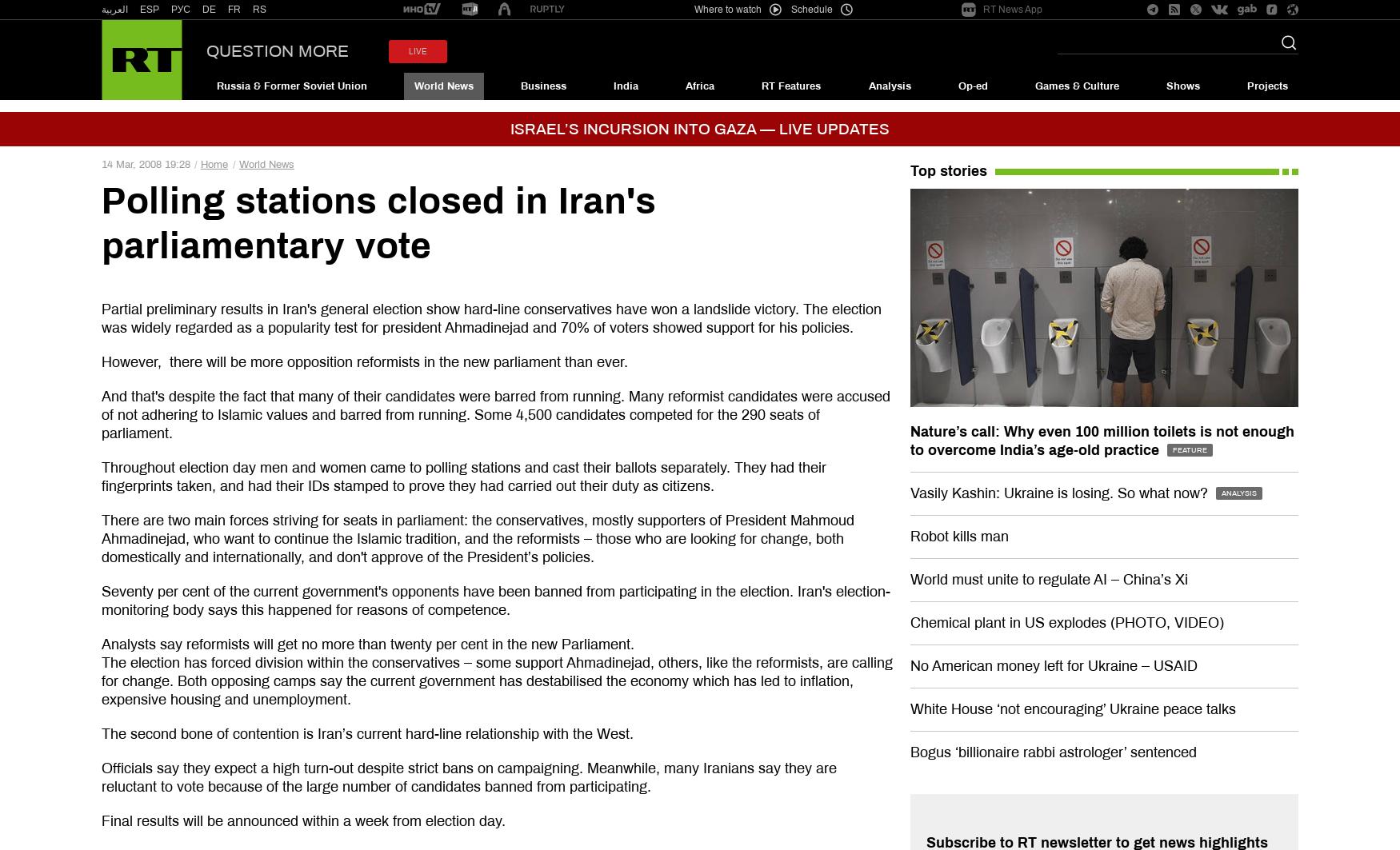 The width and height of the screenshot is (1400, 850). What do you see at coordinates (1238, 492) in the screenshot?
I see `'ANALYSIS'` at bounding box center [1238, 492].